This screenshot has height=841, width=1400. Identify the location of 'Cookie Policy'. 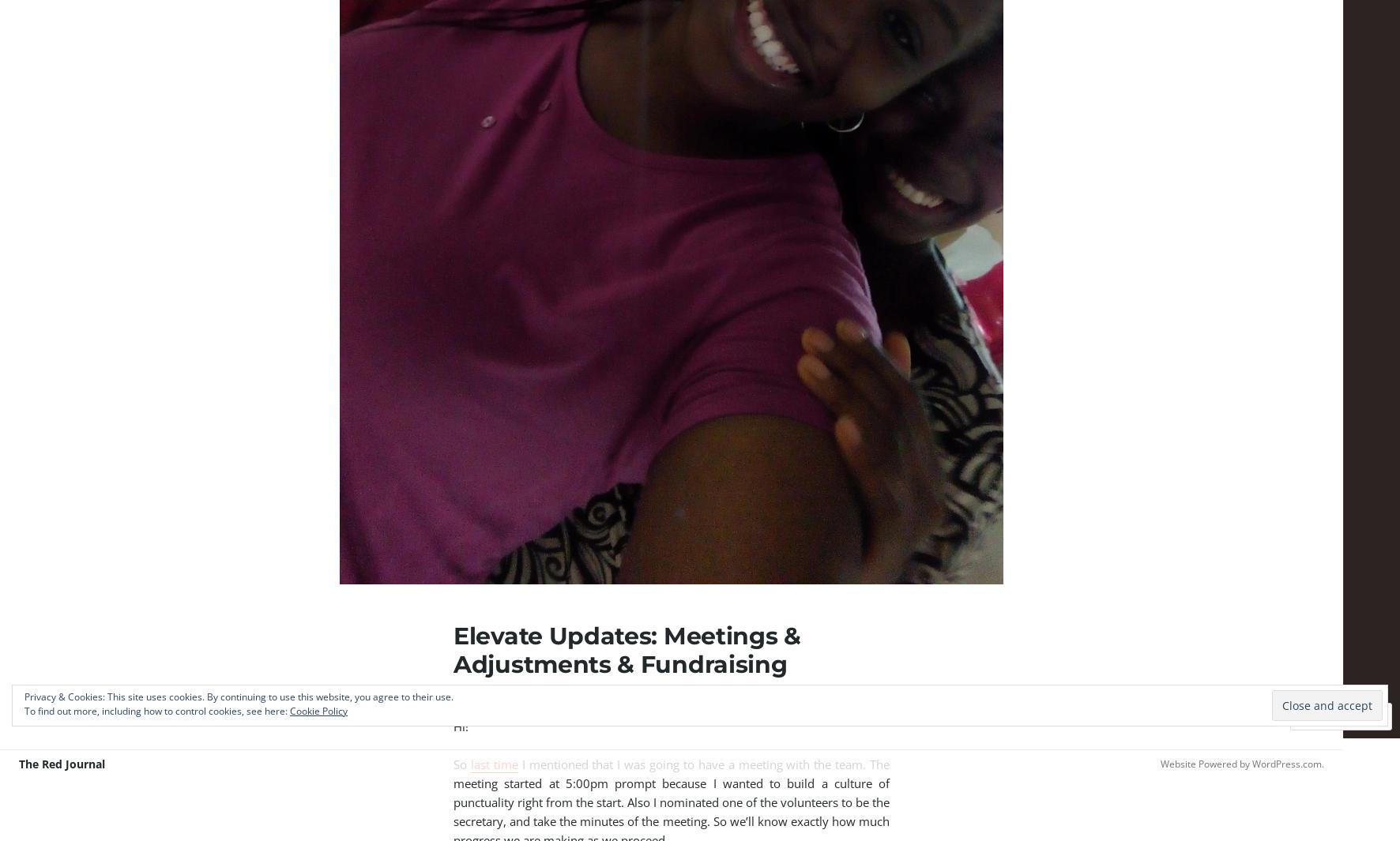
(318, 711).